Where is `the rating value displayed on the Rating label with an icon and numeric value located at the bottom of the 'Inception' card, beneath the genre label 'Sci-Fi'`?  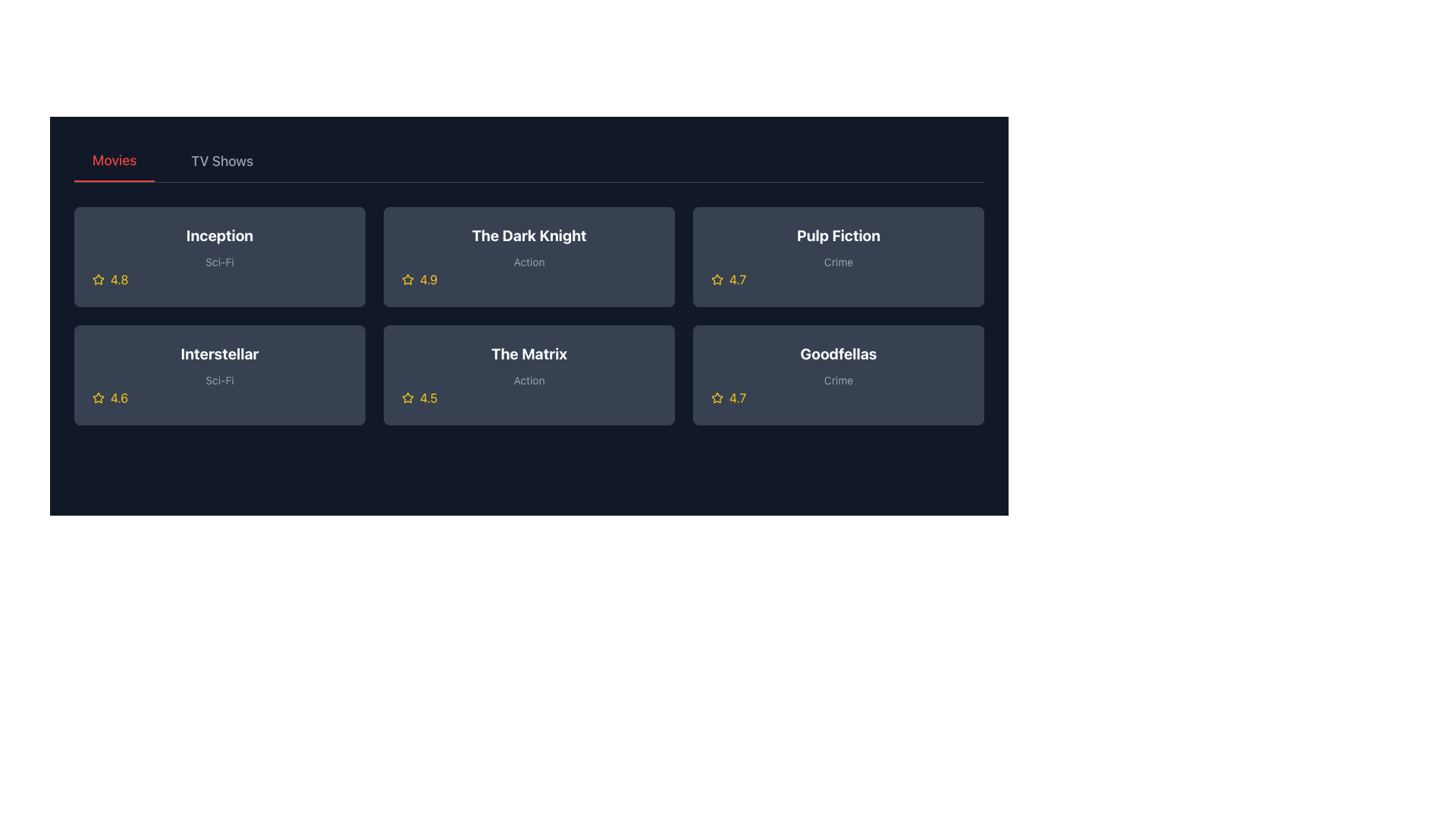
the rating value displayed on the Rating label with an icon and numeric value located at the bottom of the 'Inception' card, beneath the genre label 'Sci-Fi' is located at coordinates (218, 280).